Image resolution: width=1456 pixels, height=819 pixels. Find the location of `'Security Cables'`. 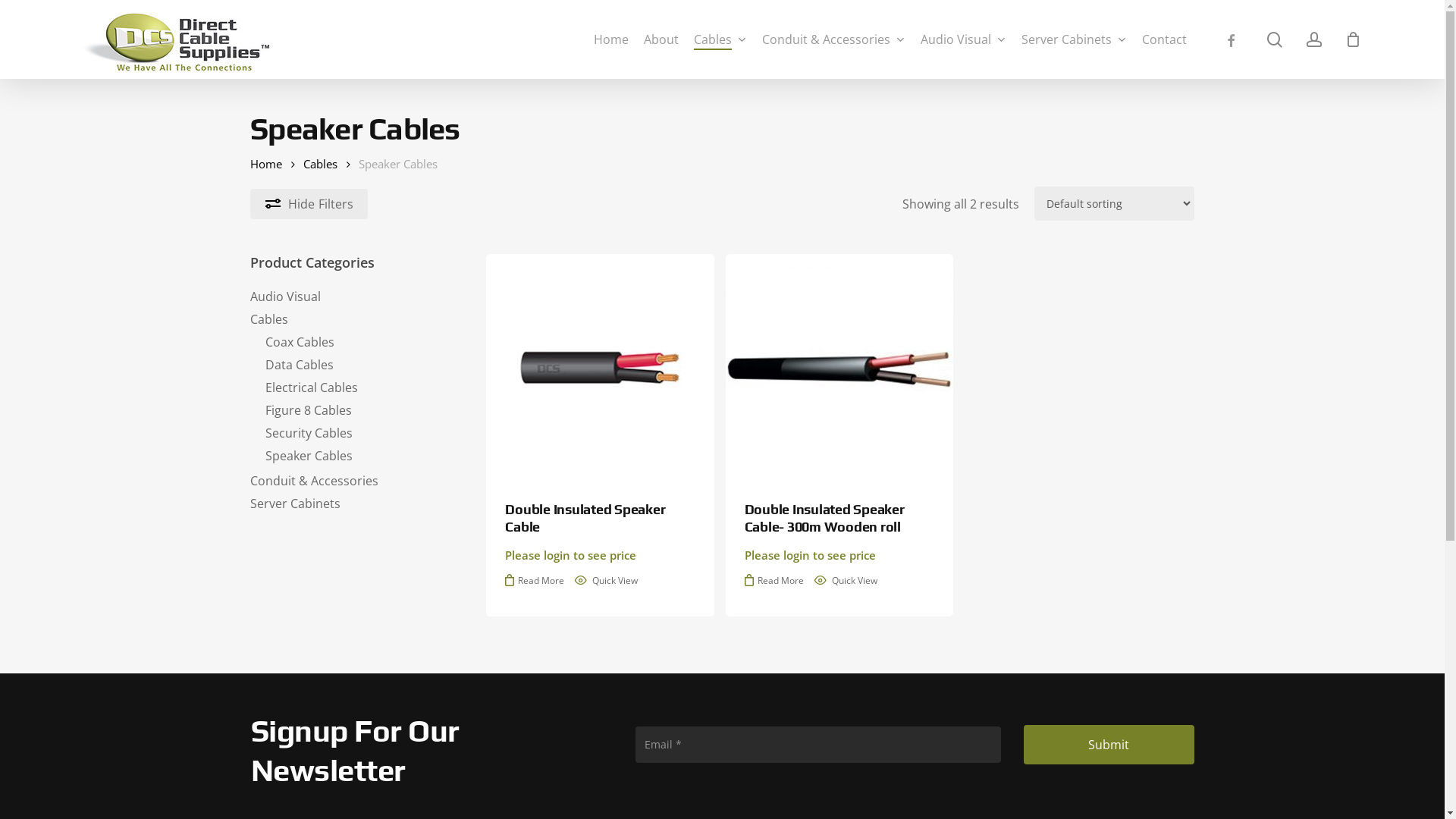

'Security Cables' is located at coordinates (356, 432).